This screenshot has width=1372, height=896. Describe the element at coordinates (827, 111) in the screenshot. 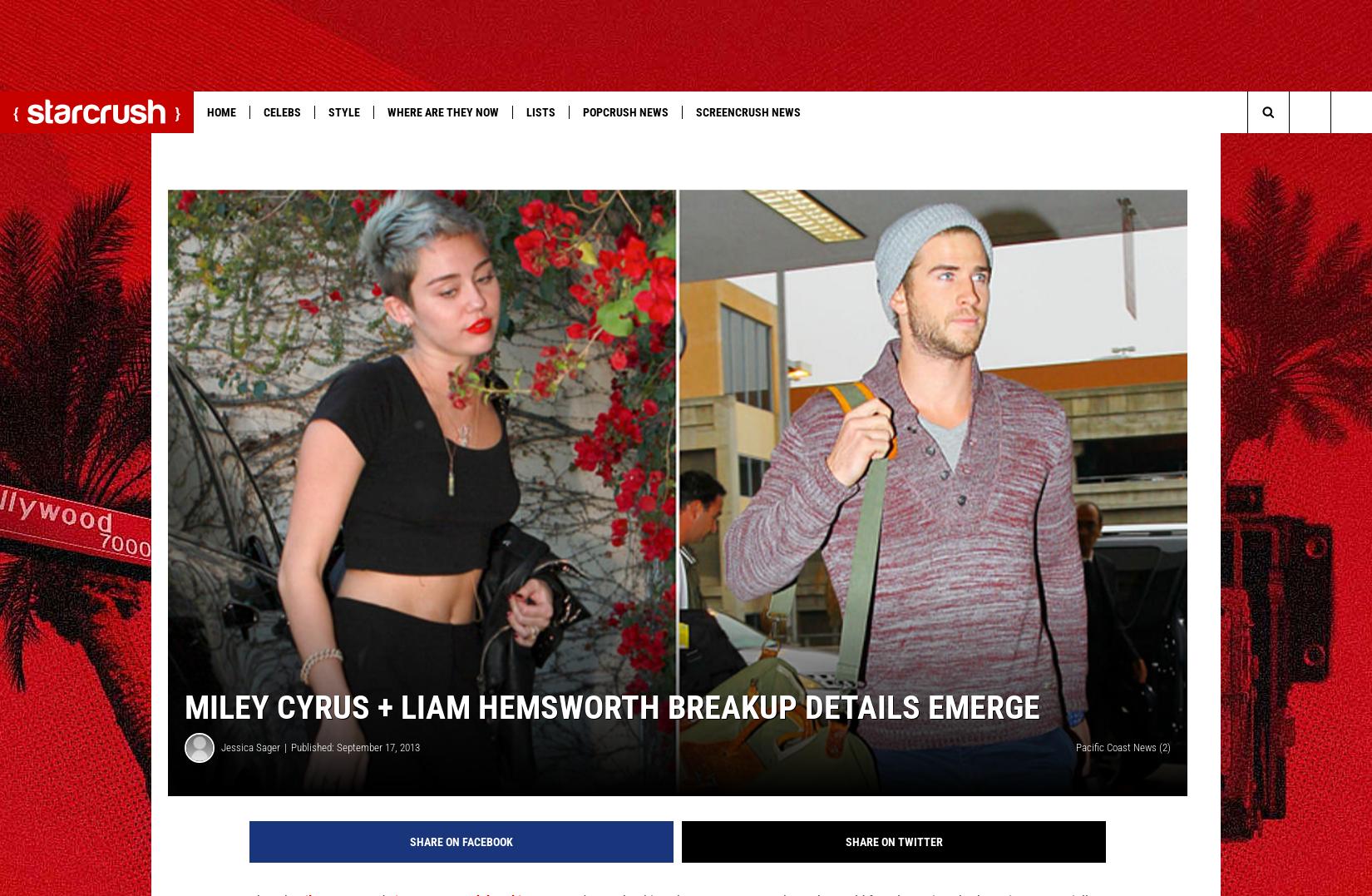

I see `'More'` at that location.